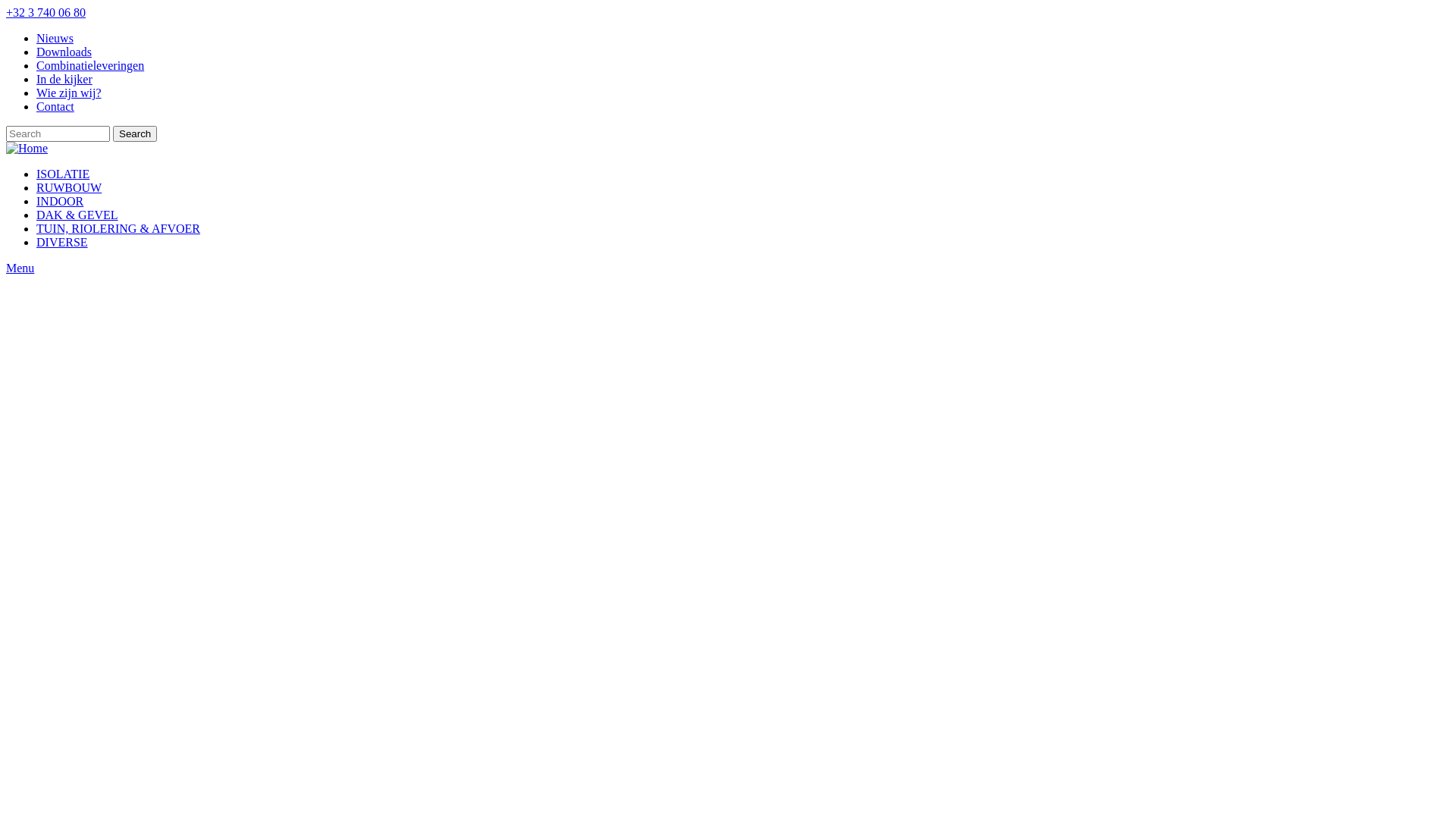 This screenshot has height=819, width=1456. Describe the element at coordinates (55, 37) in the screenshot. I see `'Nieuws'` at that location.